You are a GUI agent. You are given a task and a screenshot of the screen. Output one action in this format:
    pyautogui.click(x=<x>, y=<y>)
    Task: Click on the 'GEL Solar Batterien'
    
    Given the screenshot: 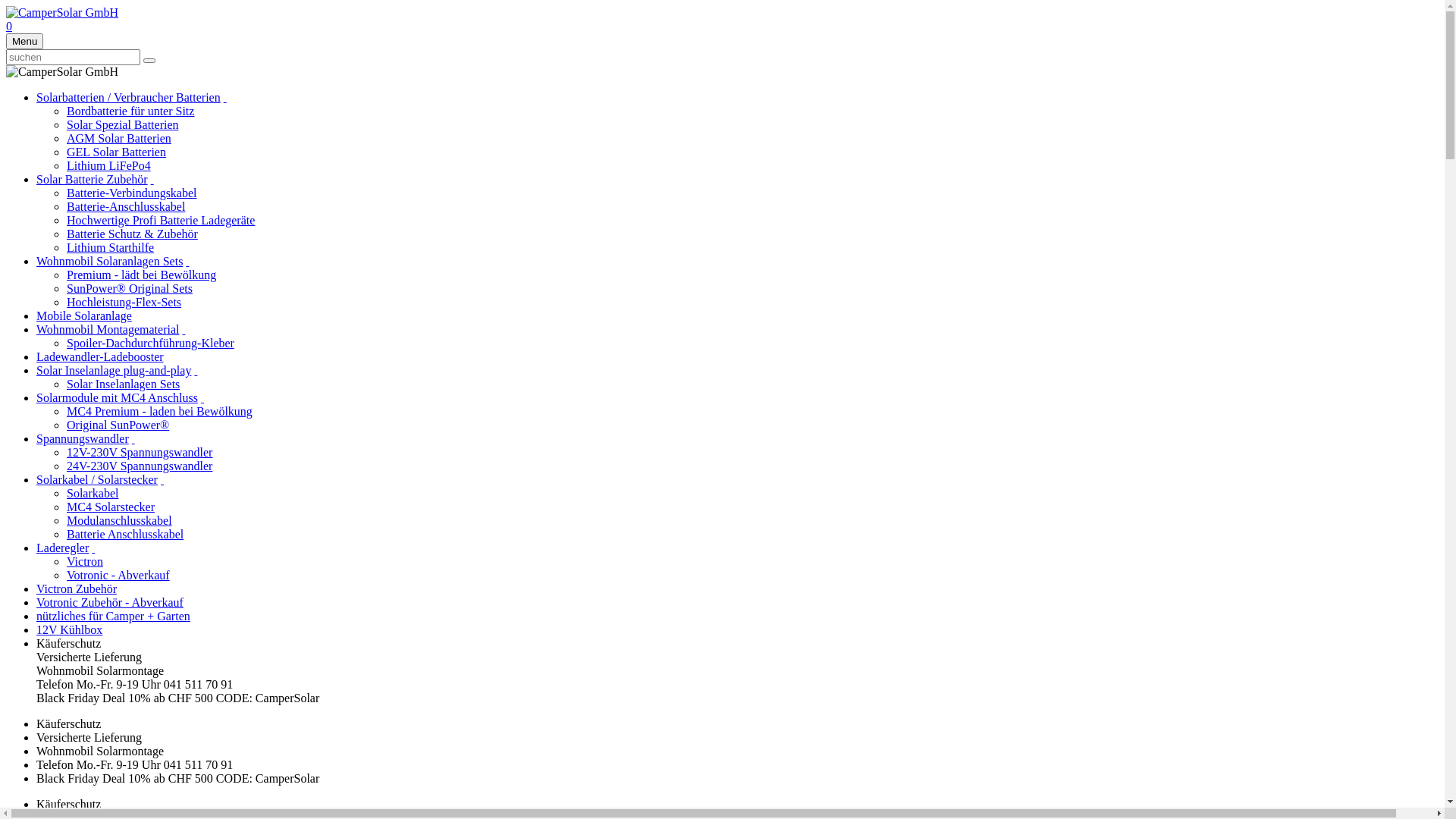 What is the action you would take?
    pyautogui.click(x=65, y=152)
    